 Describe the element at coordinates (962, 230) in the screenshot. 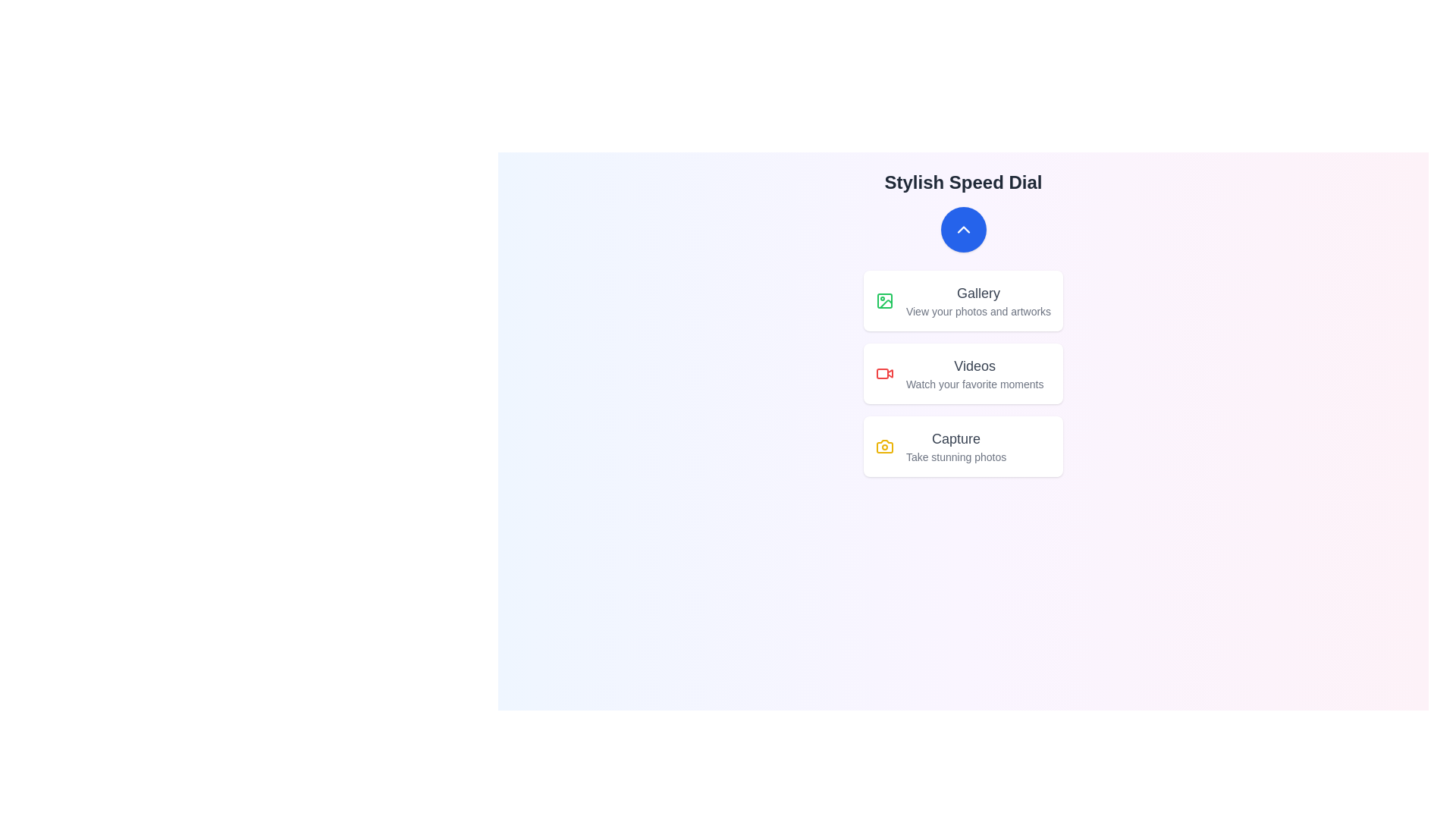

I see `main button to toggle the menu visibility` at that location.